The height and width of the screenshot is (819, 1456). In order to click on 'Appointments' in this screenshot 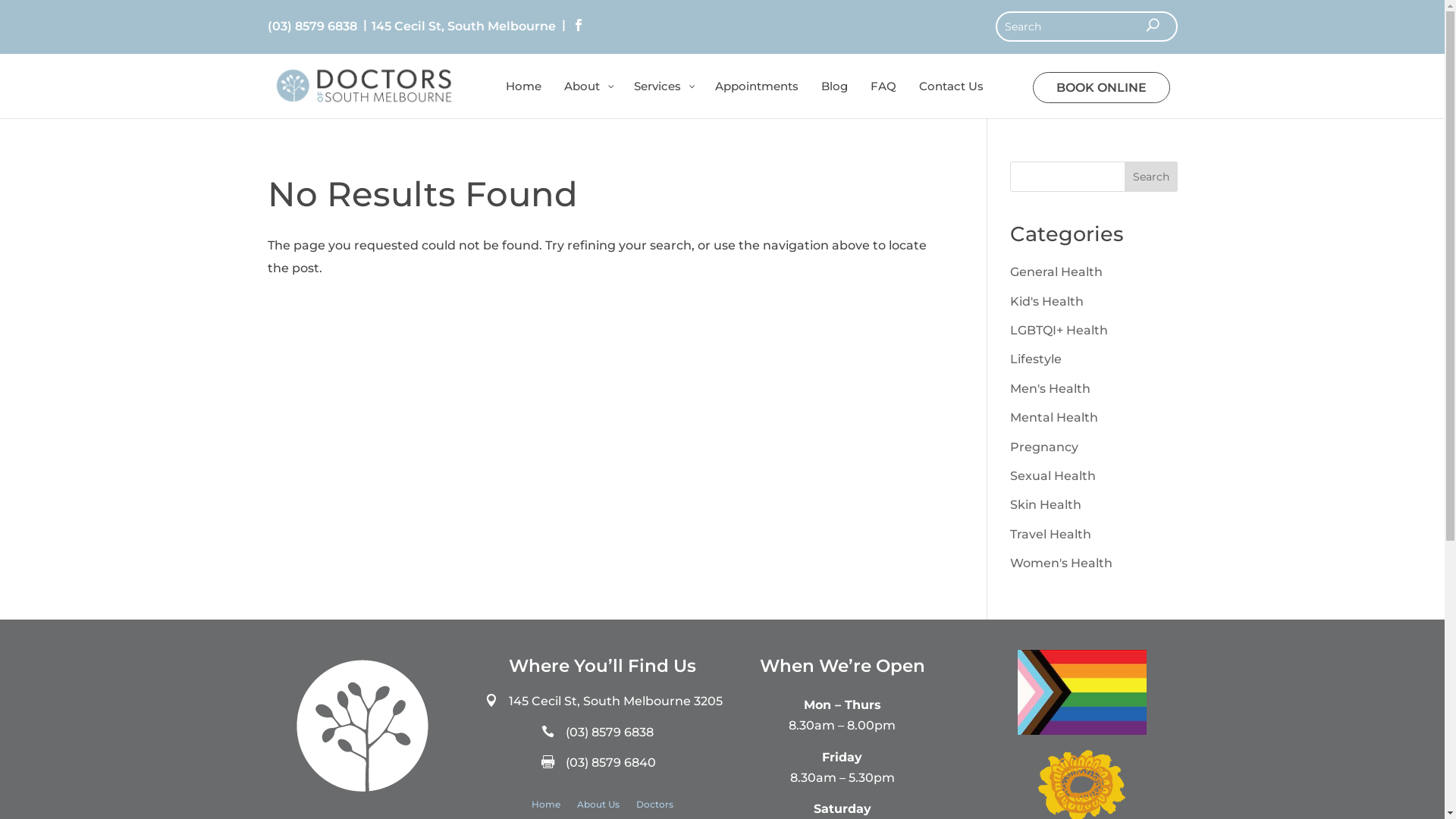, I will do `click(757, 99)`.